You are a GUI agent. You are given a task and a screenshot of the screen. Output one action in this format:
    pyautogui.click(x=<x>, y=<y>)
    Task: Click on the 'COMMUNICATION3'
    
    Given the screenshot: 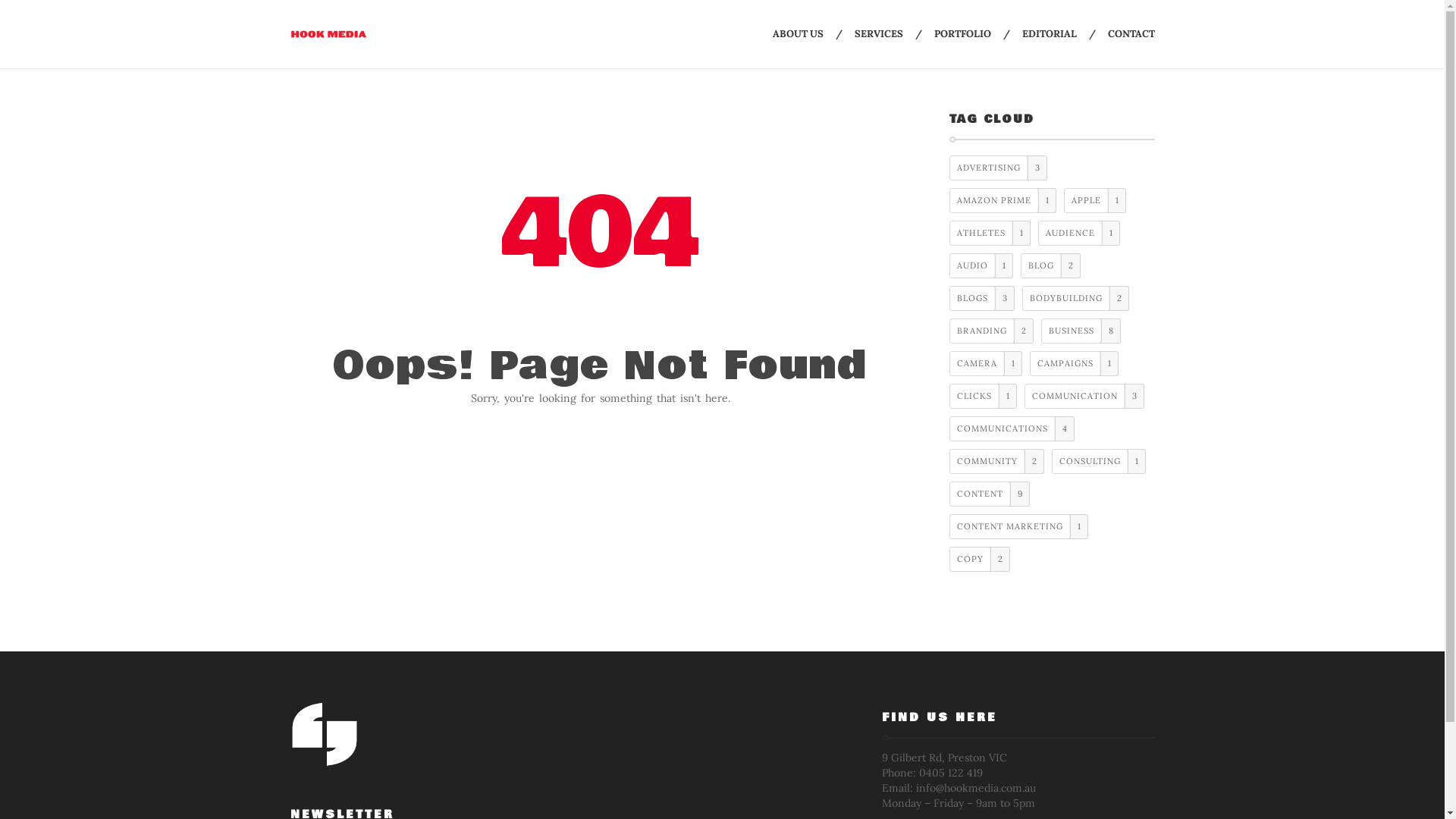 What is the action you would take?
    pyautogui.click(x=1084, y=395)
    